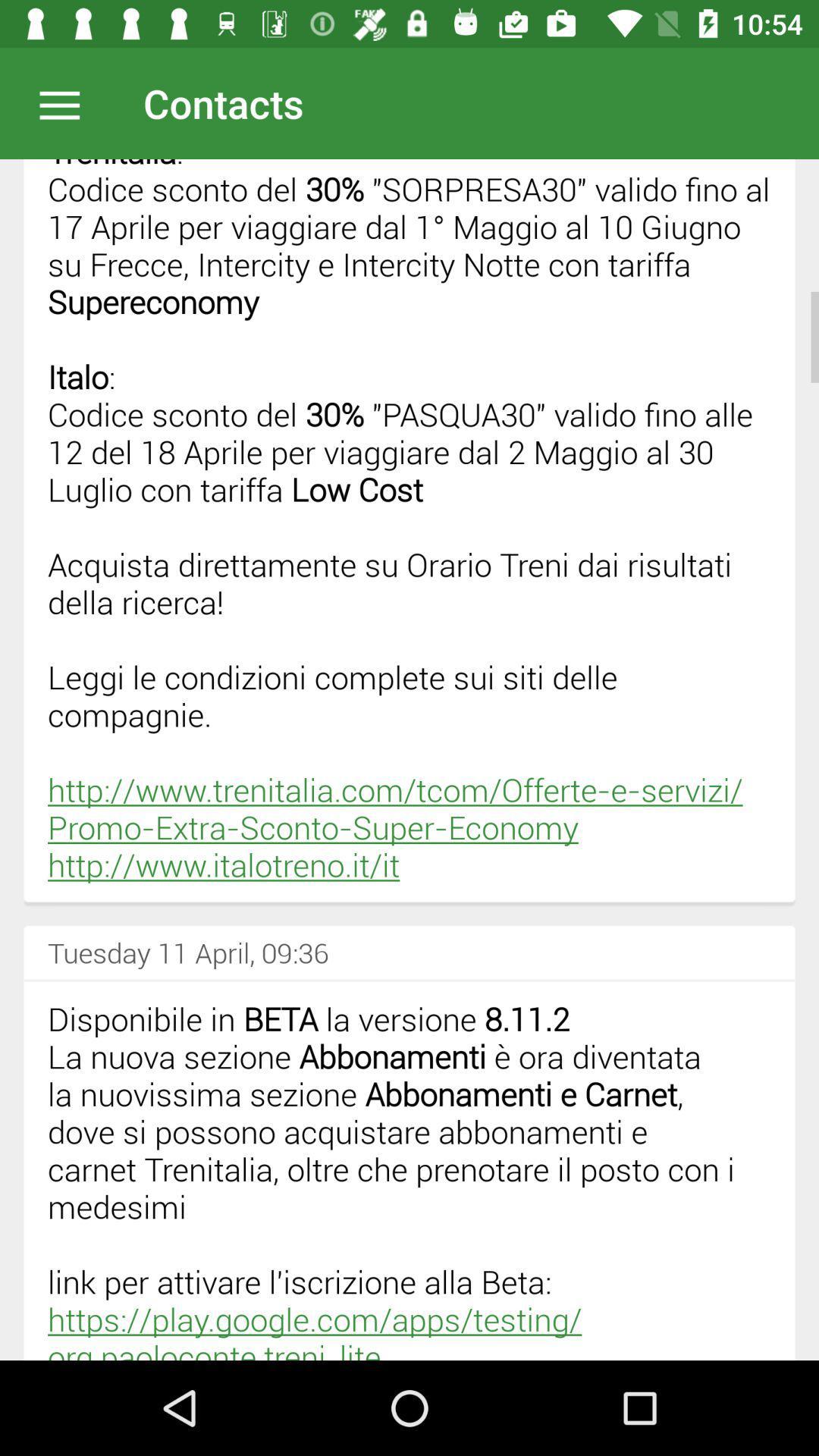  I want to click on open menu, so click(67, 102).